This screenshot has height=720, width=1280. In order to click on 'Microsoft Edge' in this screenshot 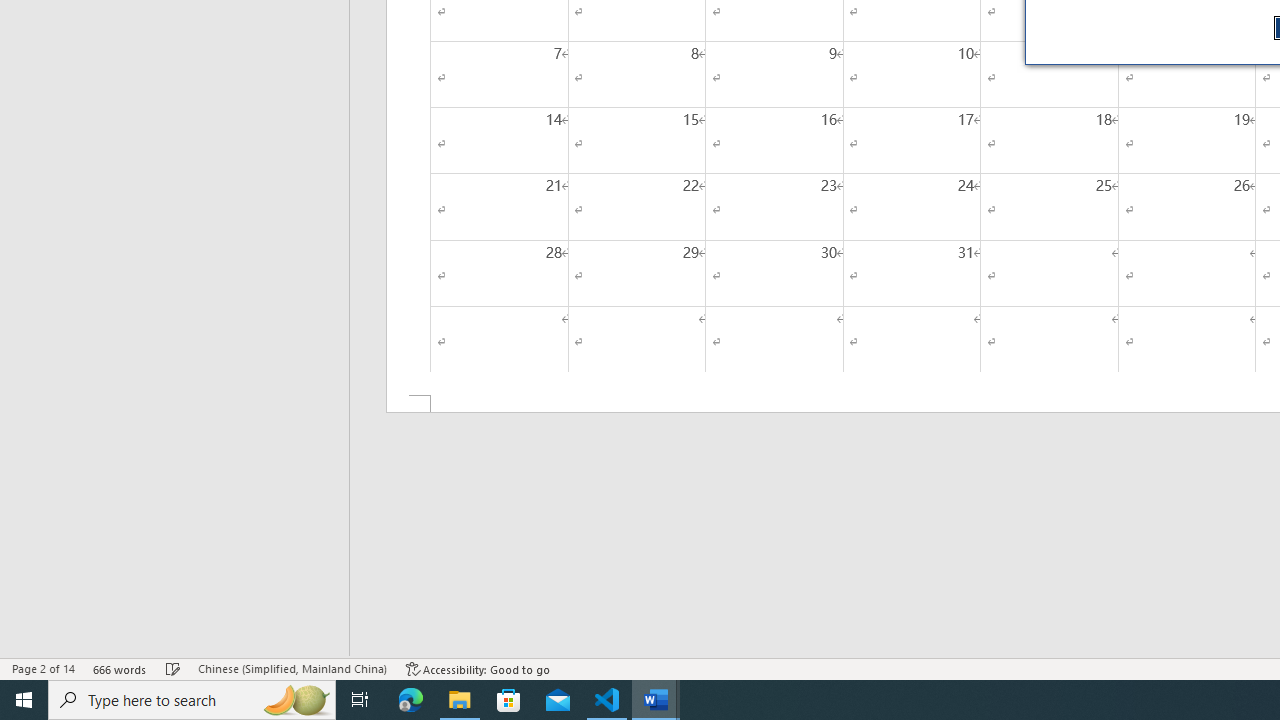, I will do `click(410, 698)`.